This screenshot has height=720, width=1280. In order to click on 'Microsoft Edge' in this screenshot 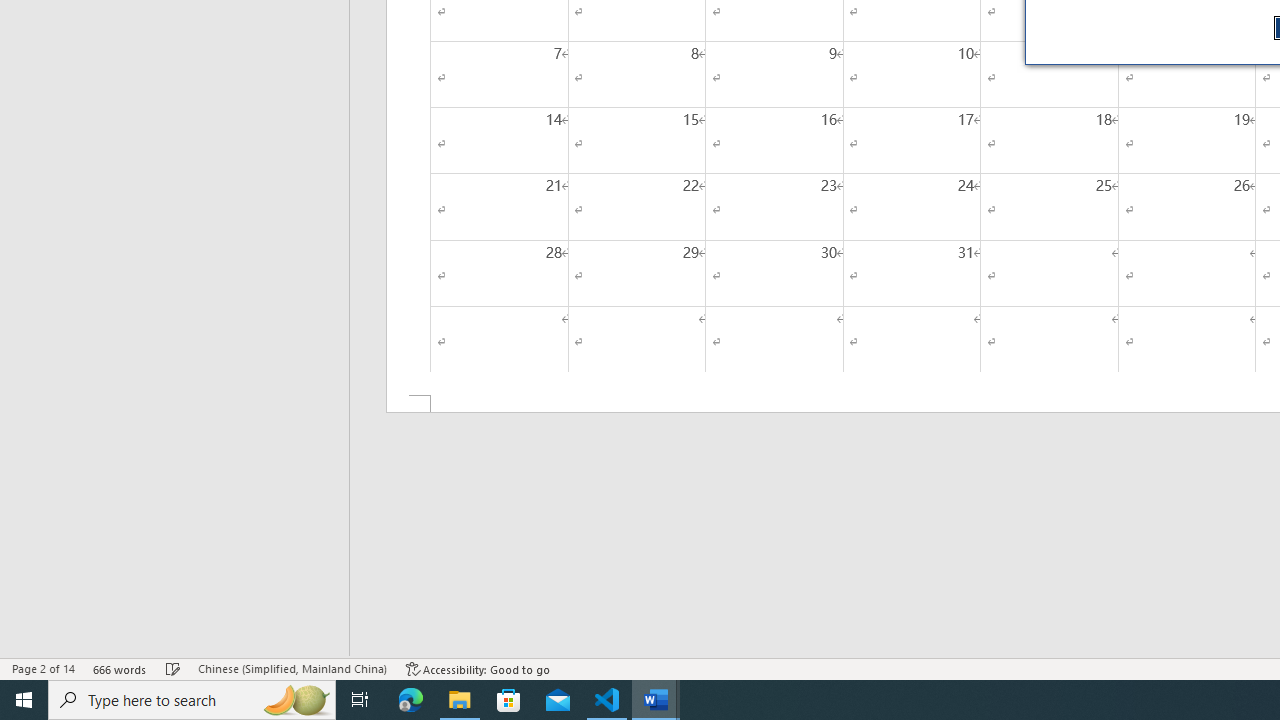, I will do `click(410, 698)`.